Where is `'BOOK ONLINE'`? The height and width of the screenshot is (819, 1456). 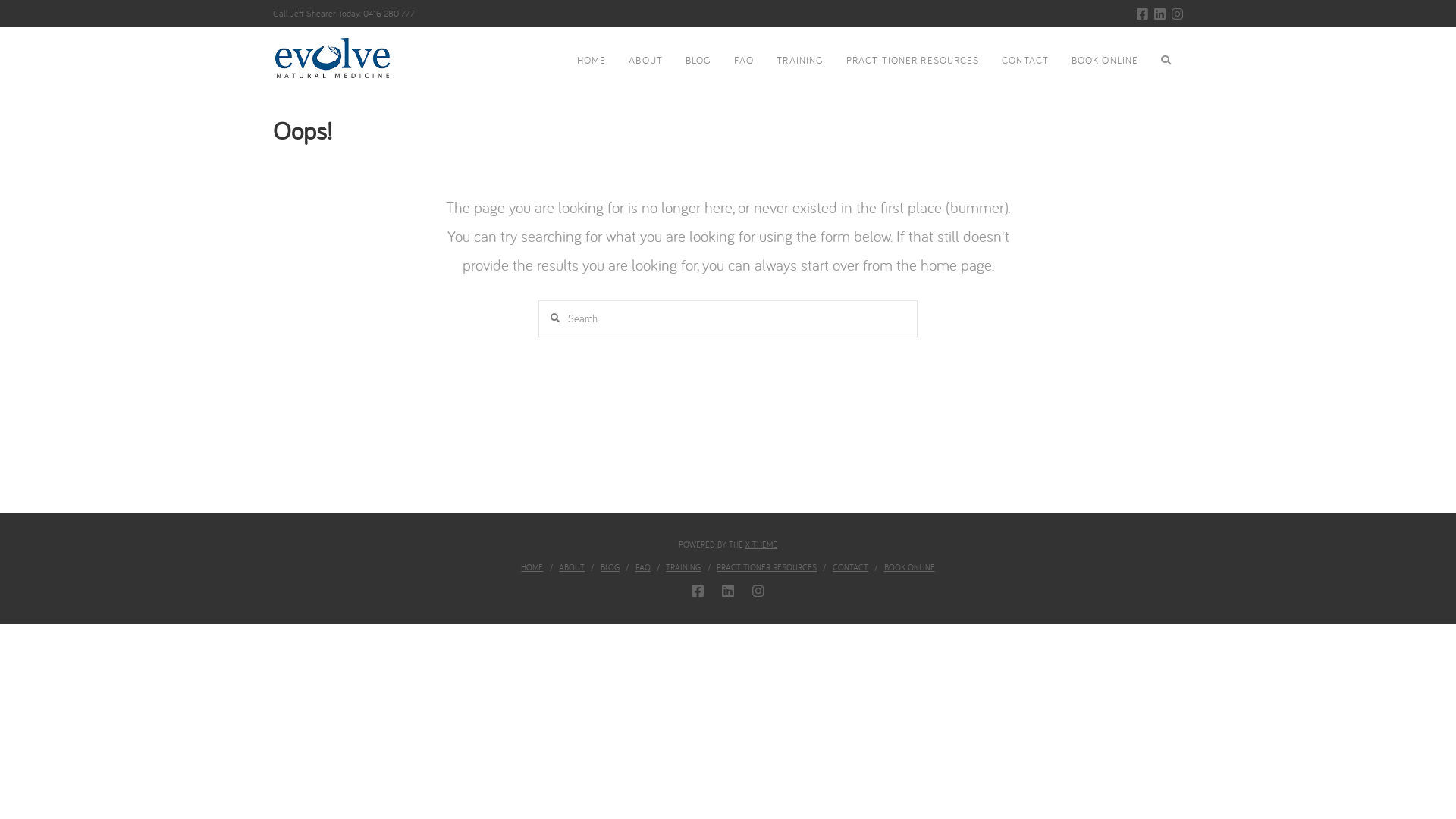
'BOOK ONLINE' is located at coordinates (1105, 61).